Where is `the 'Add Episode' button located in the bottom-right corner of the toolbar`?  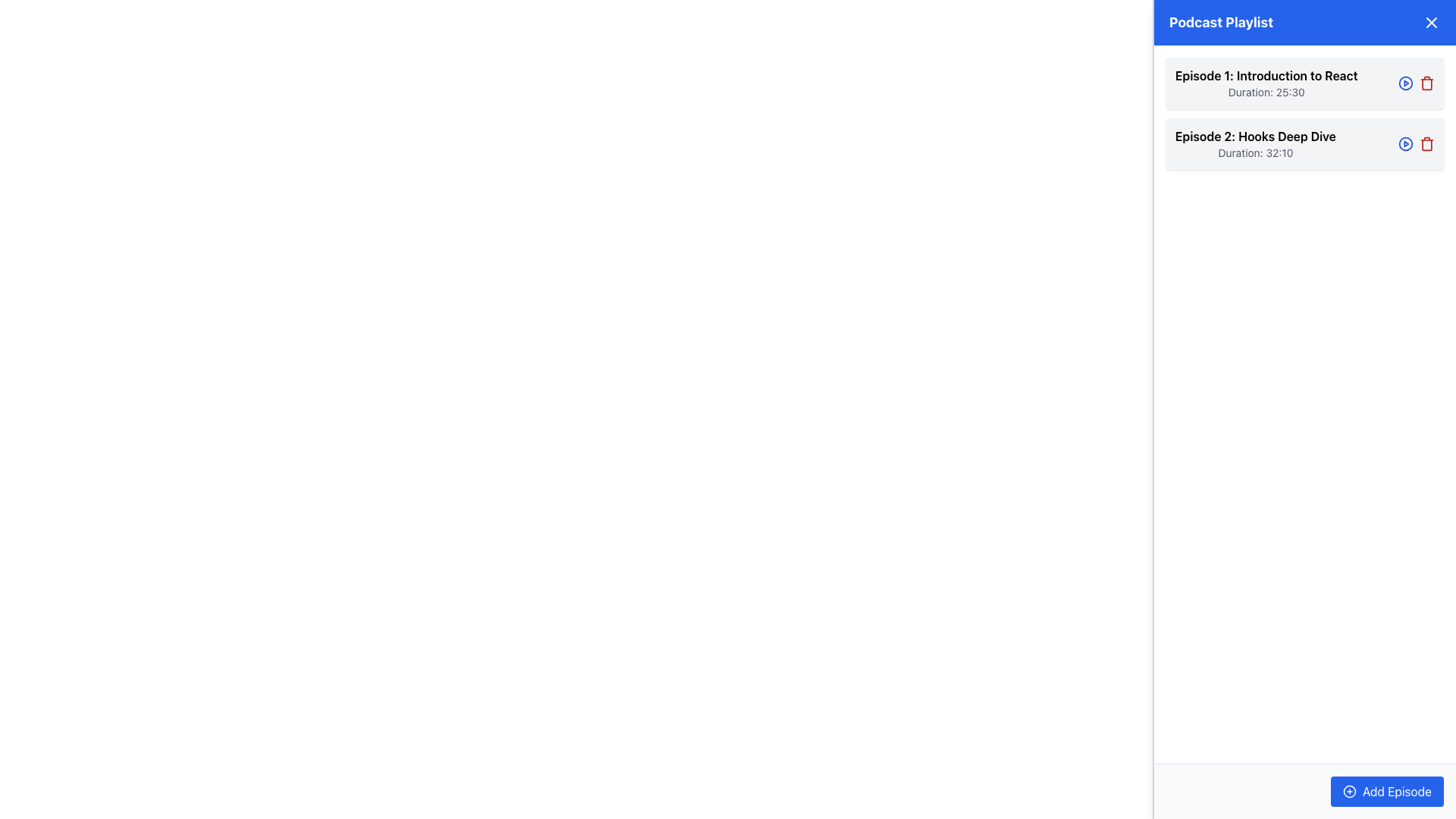 the 'Add Episode' button located in the bottom-right corner of the toolbar is located at coordinates (1387, 791).